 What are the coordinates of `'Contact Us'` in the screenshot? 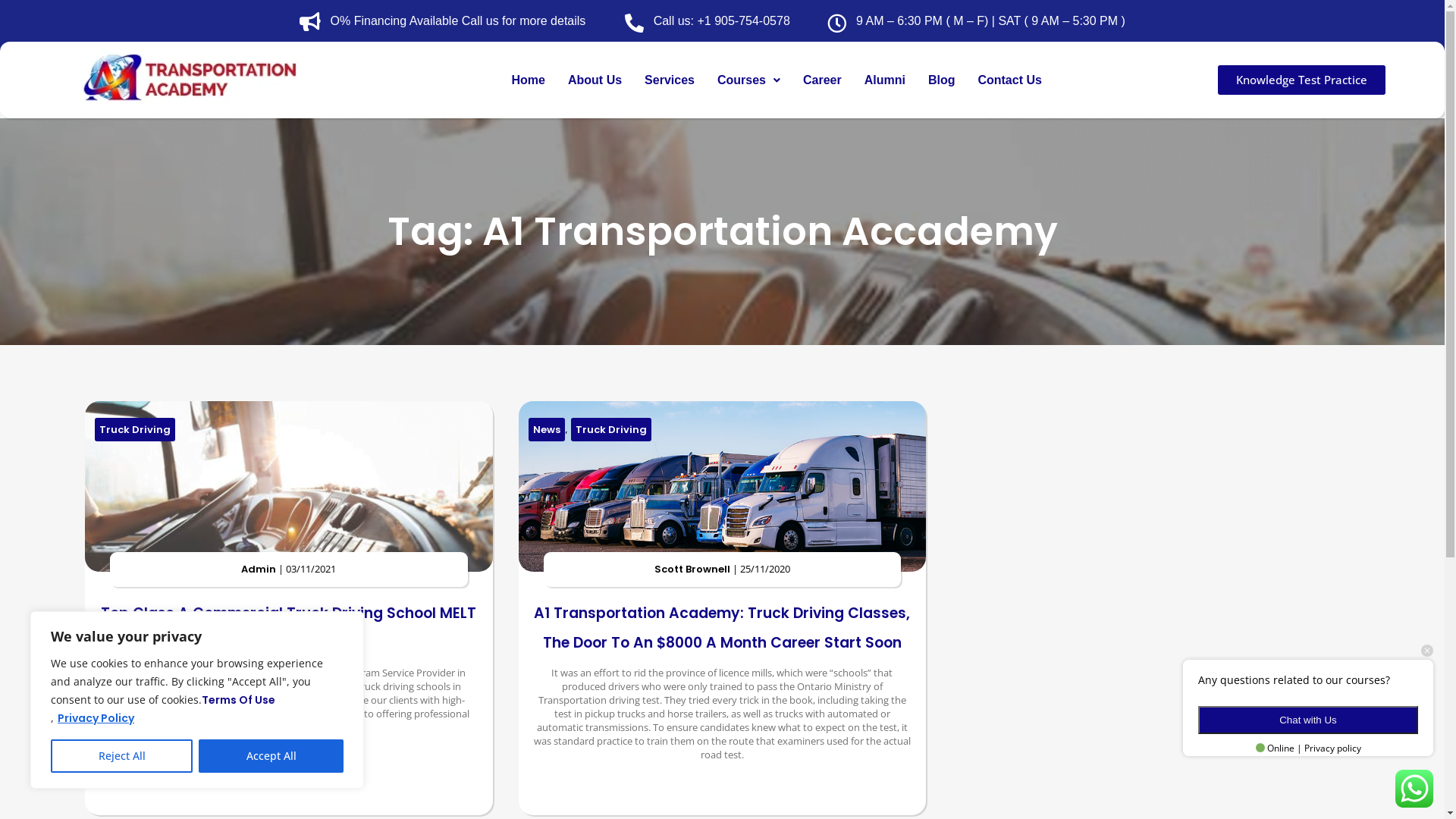 It's located at (1009, 79).